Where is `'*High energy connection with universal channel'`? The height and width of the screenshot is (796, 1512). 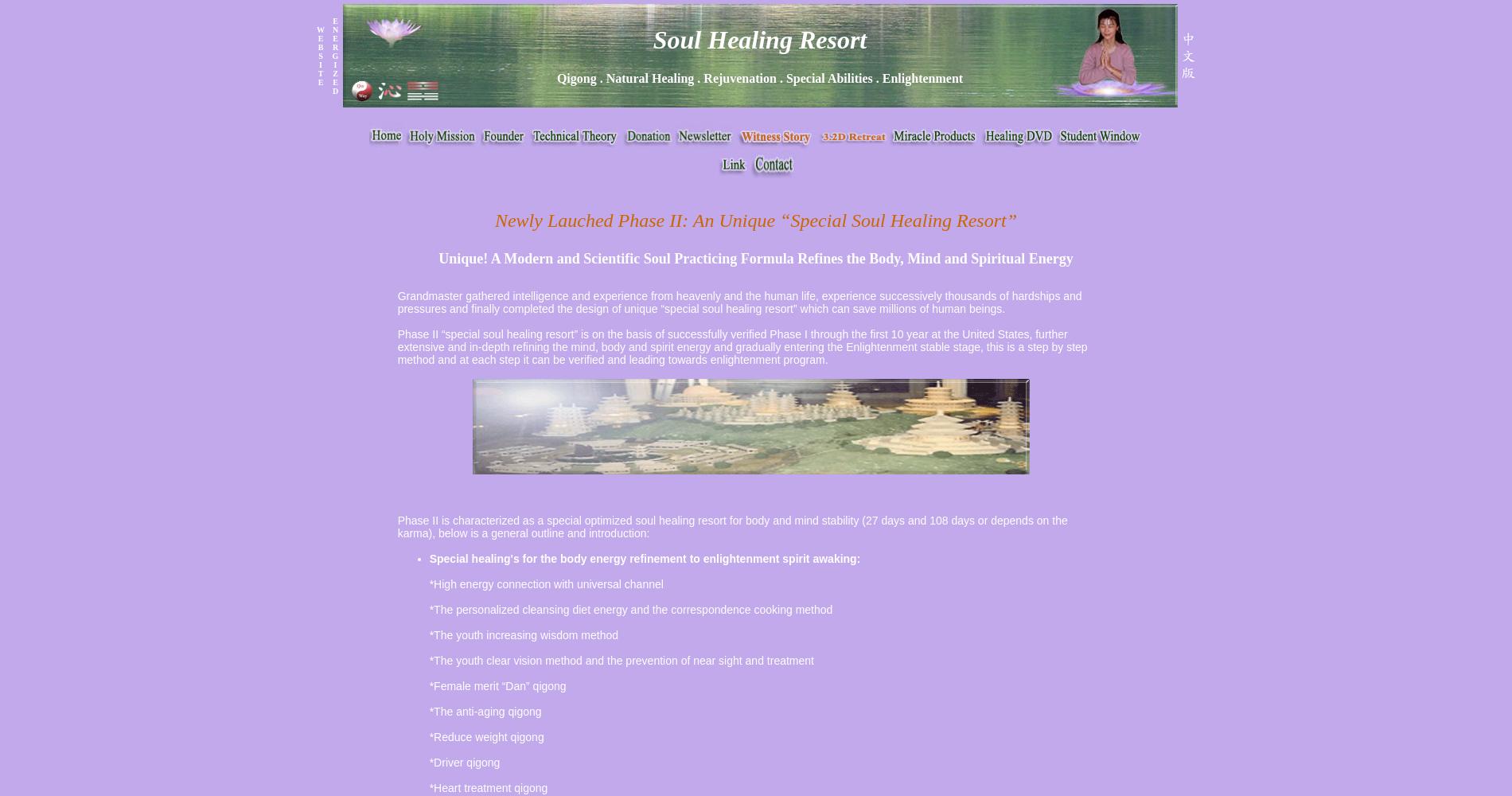
'*High energy connection with universal channel' is located at coordinates (429, 583).